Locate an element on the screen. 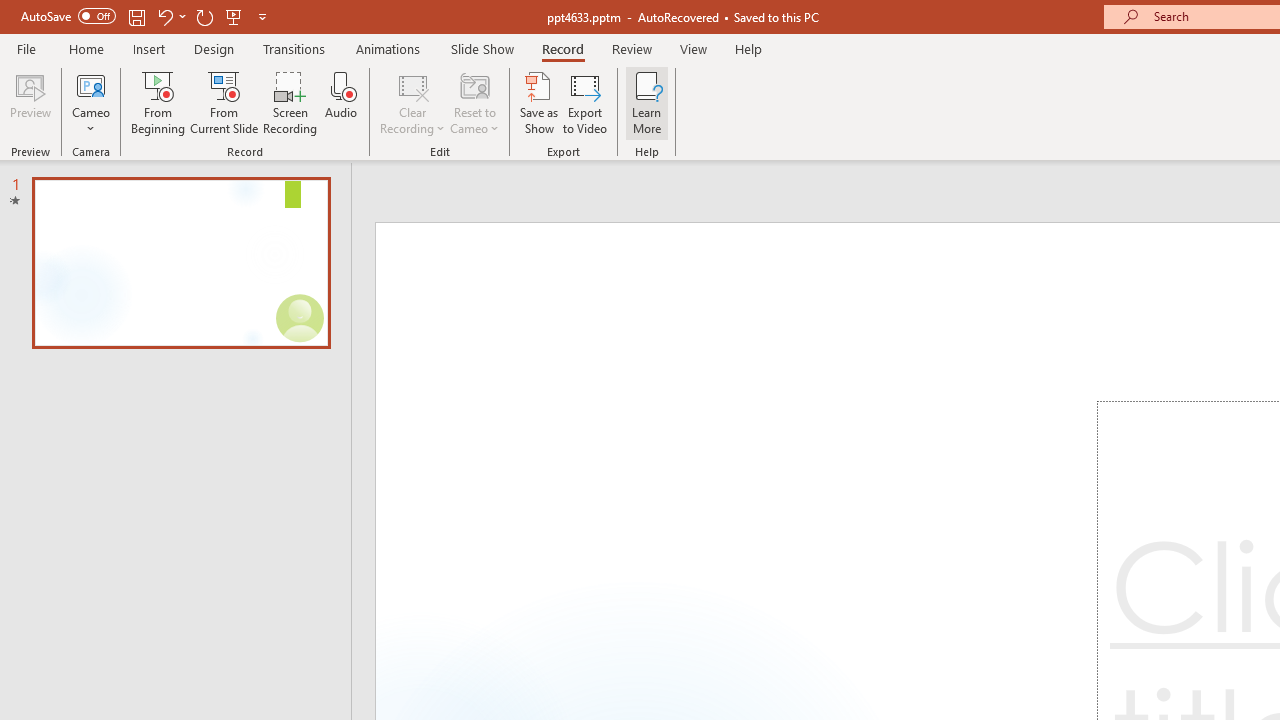  'Quick Access Toolbar' is located at coordinates (144, 16).